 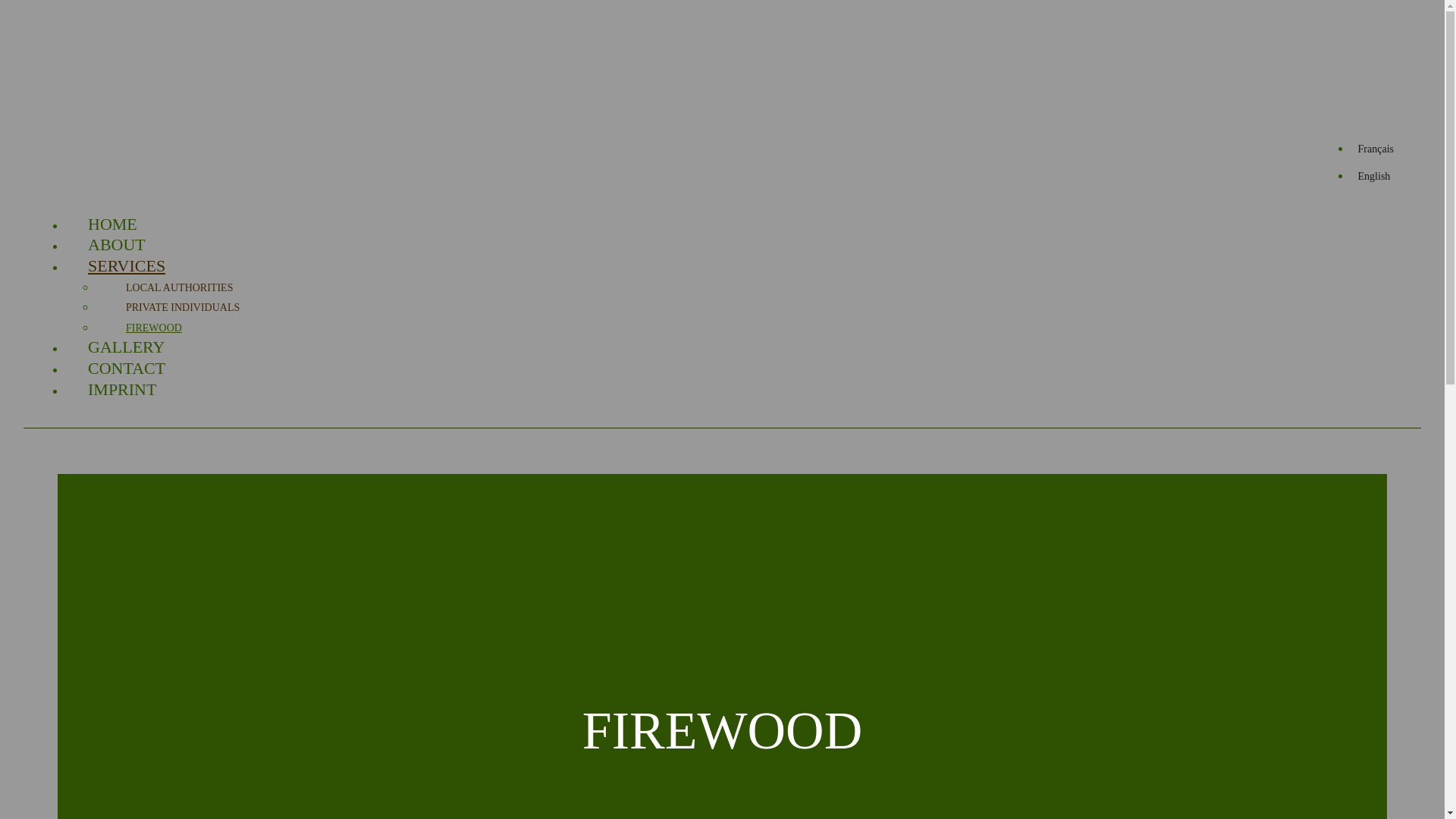 I want to click on 'CONTACT', so click(x=127, y=369).